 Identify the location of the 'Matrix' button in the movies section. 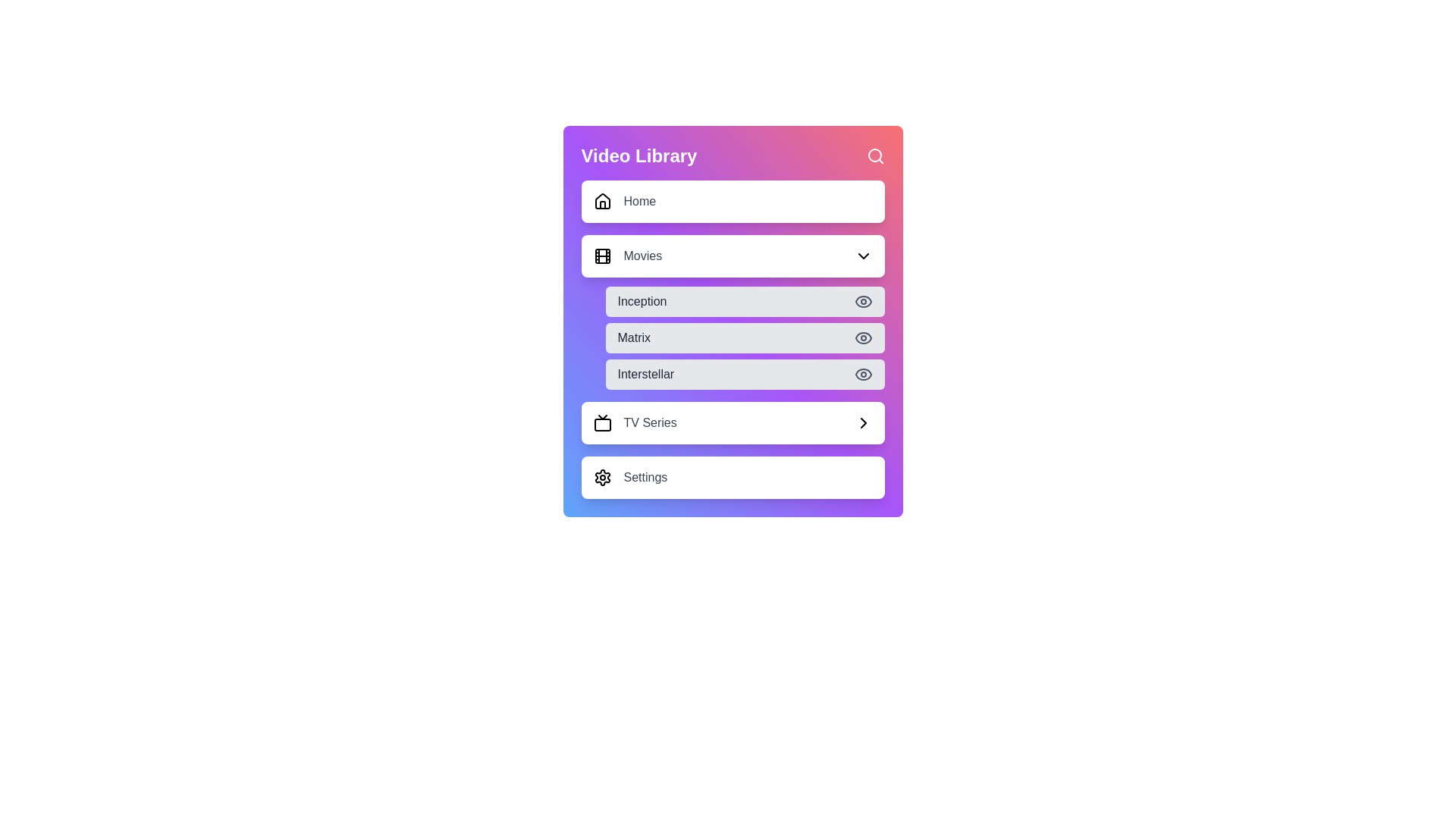
(745, 337).